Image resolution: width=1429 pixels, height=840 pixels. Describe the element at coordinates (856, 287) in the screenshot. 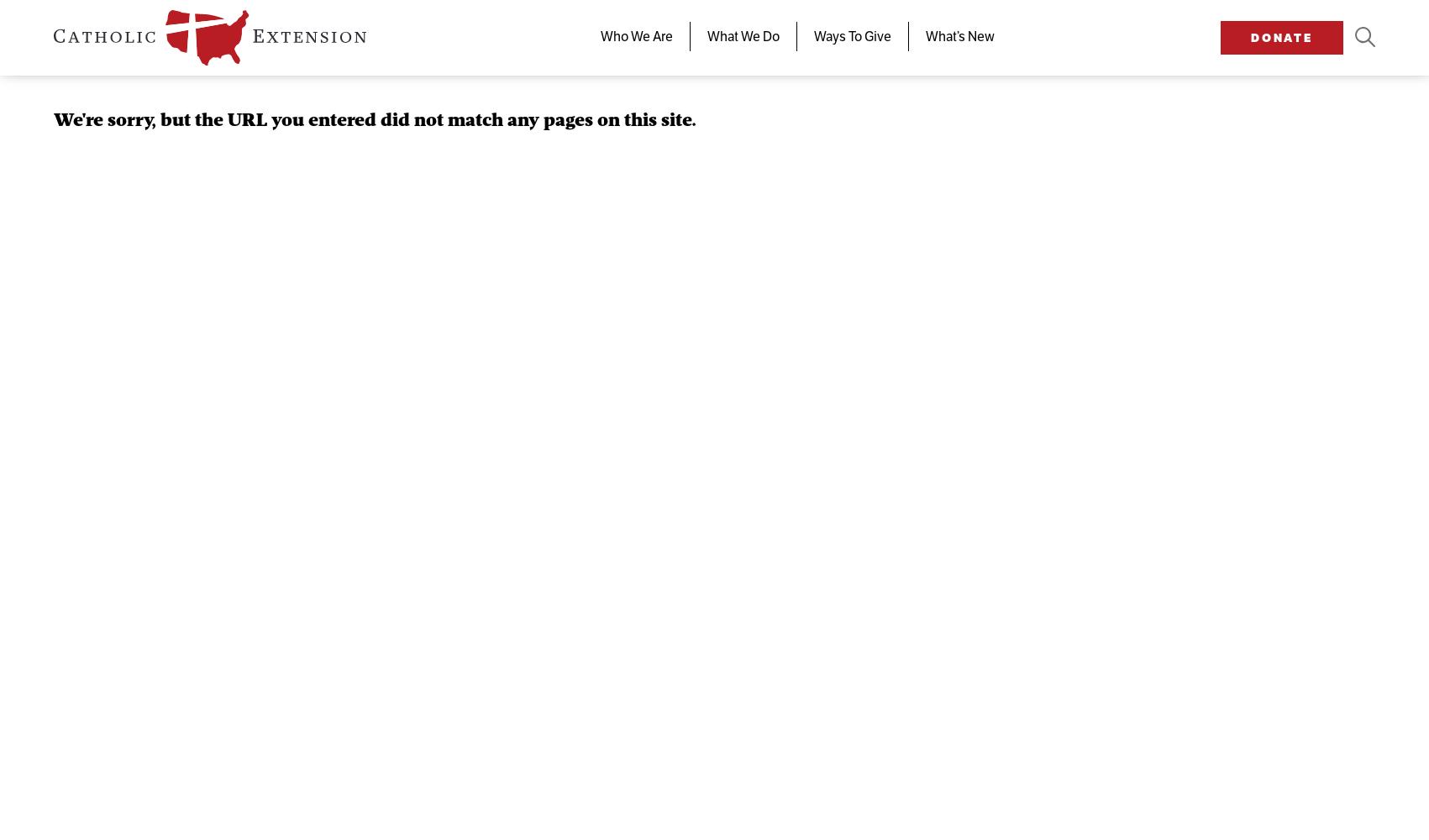

I see `'Parish Partners'` at that location.